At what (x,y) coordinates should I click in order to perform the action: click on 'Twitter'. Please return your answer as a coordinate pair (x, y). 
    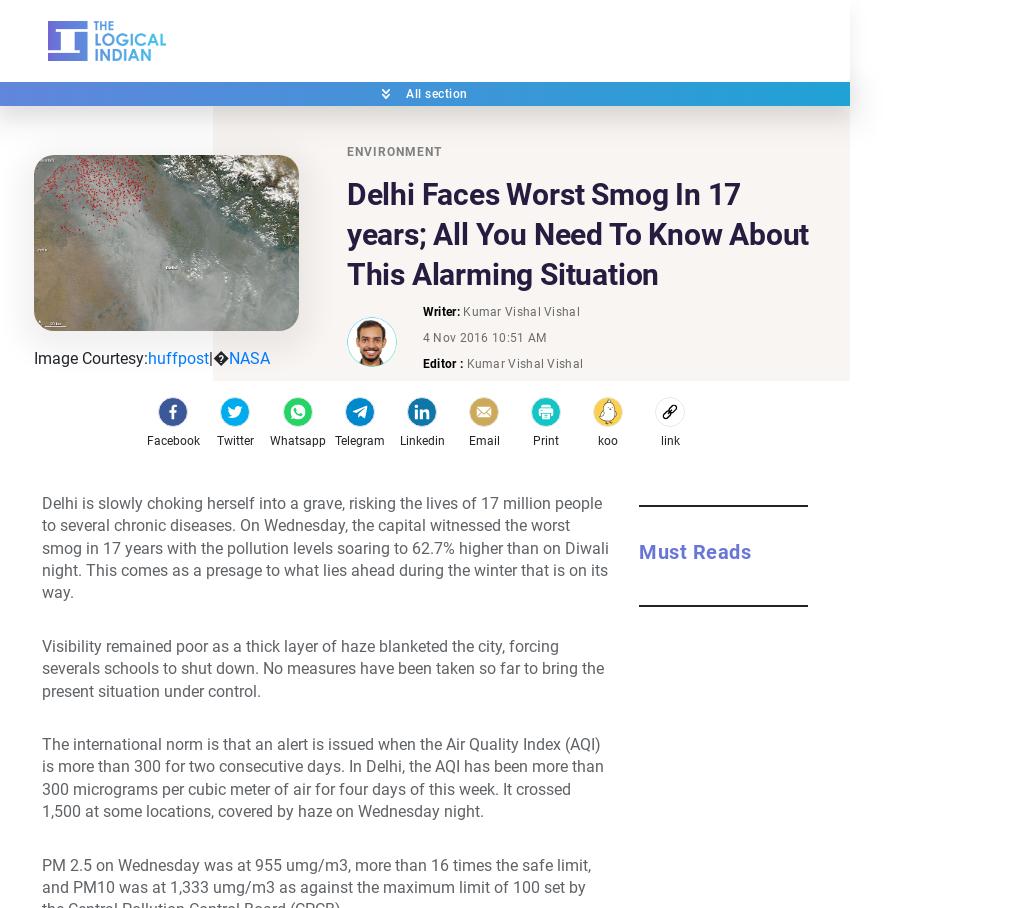
    Looking at the image, I should click on (214, 440).